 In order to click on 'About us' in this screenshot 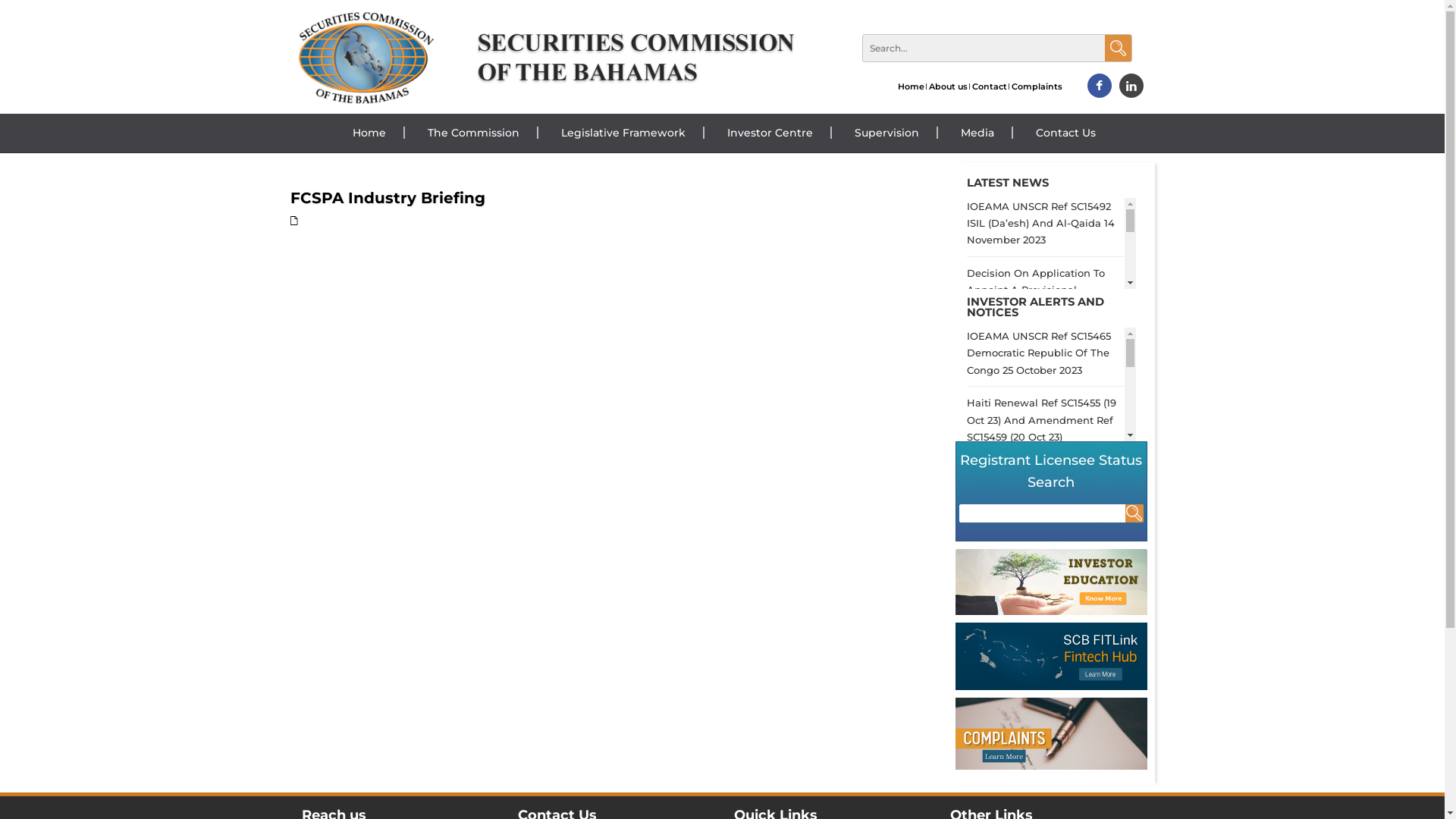, I will do `click(926, 86)`.